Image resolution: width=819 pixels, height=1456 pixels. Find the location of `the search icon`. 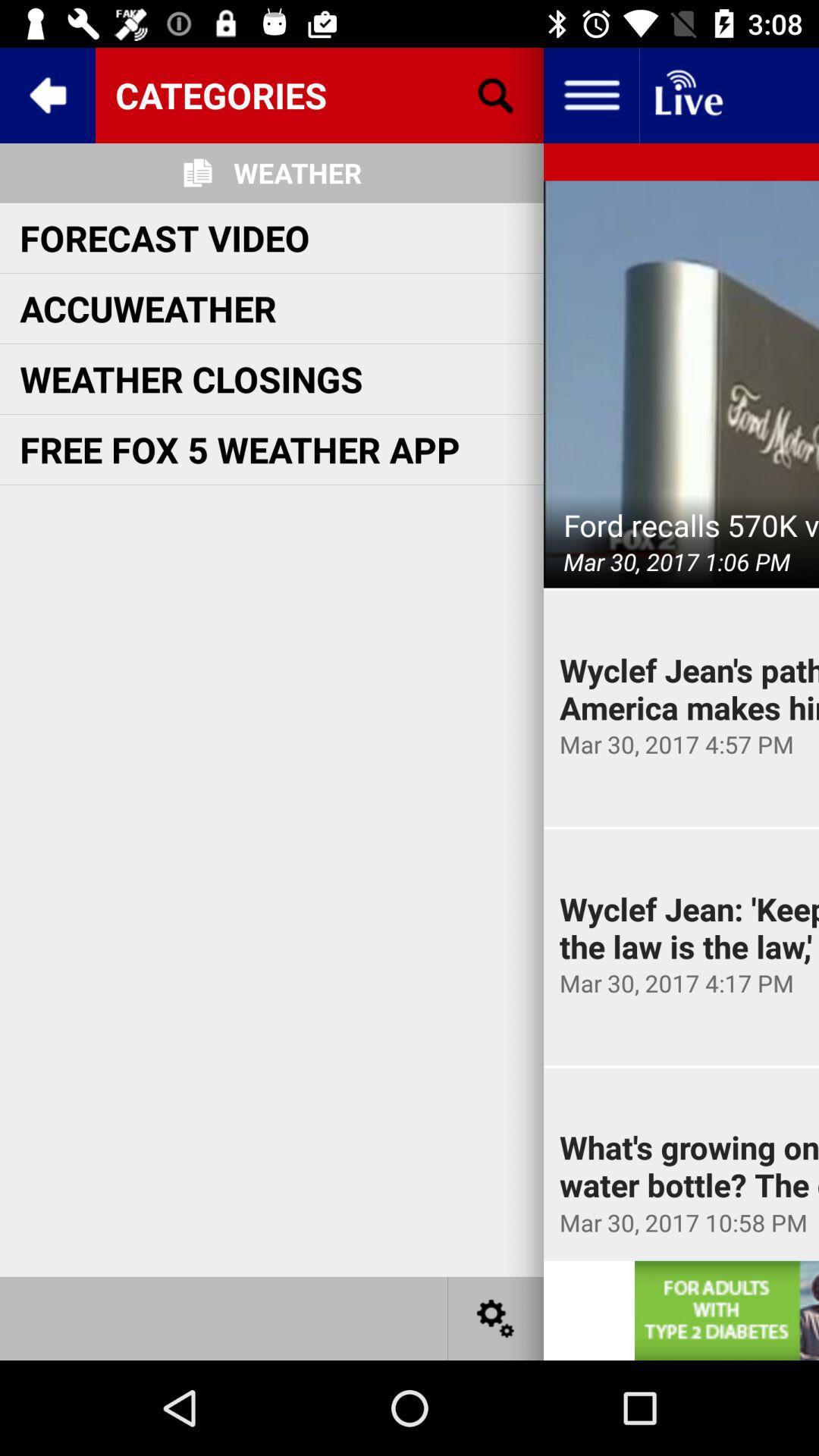

the search icon is located at coordinates (496, 94).